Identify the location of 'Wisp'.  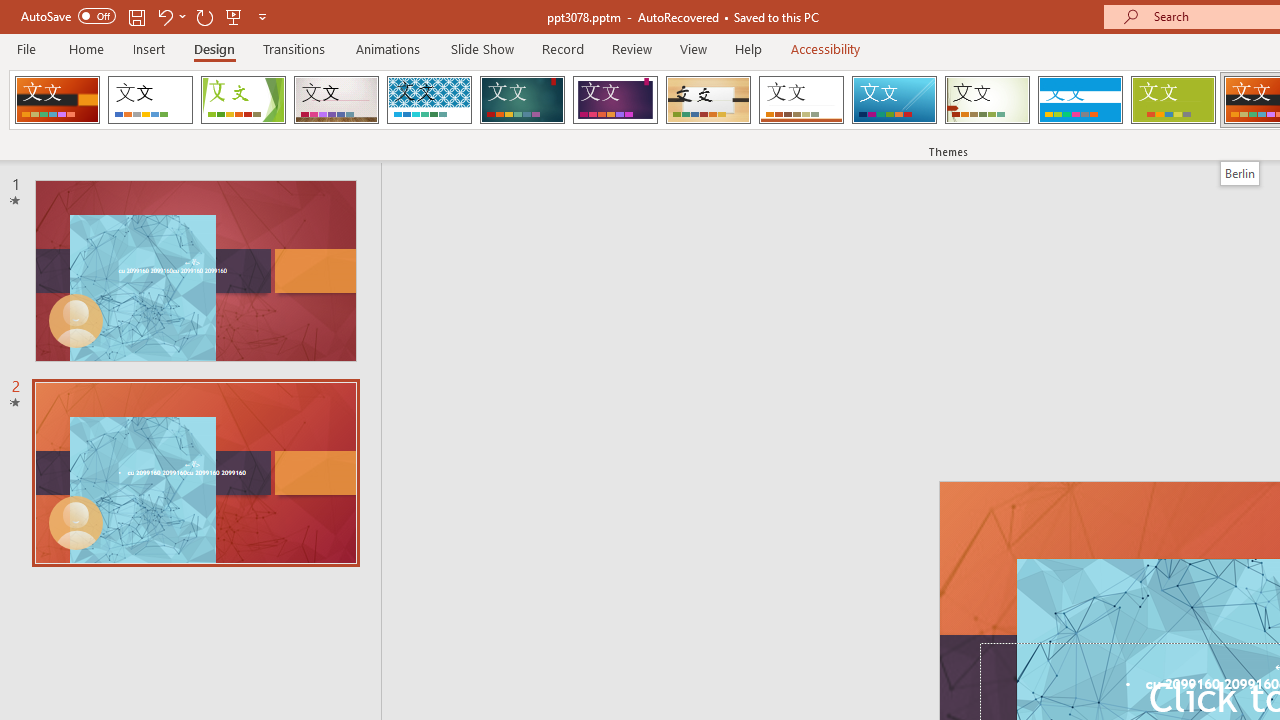
(987, 100).